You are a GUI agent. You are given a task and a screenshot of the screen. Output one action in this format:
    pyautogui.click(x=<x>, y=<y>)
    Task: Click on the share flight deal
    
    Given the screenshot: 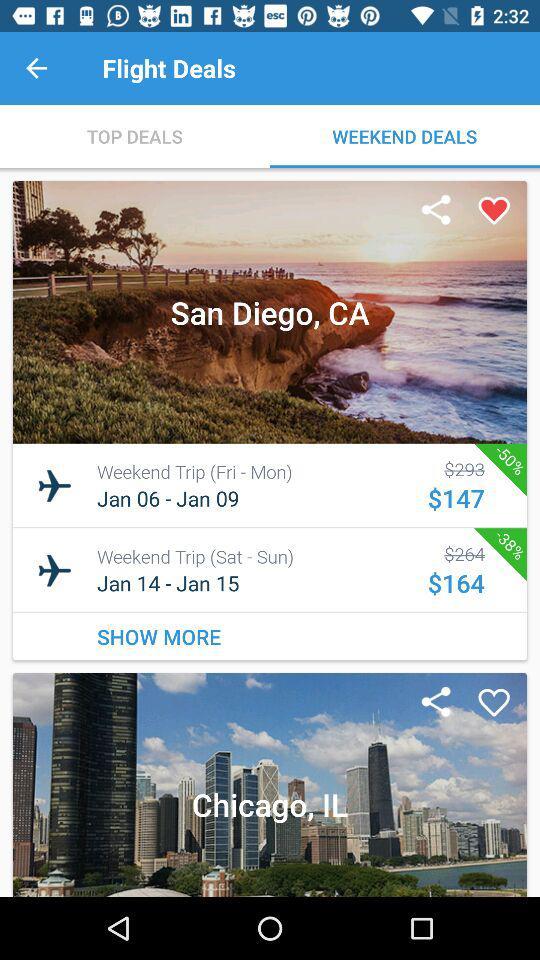 What is the action you would take?
    pyautogui.click(x=435, y=211)
    